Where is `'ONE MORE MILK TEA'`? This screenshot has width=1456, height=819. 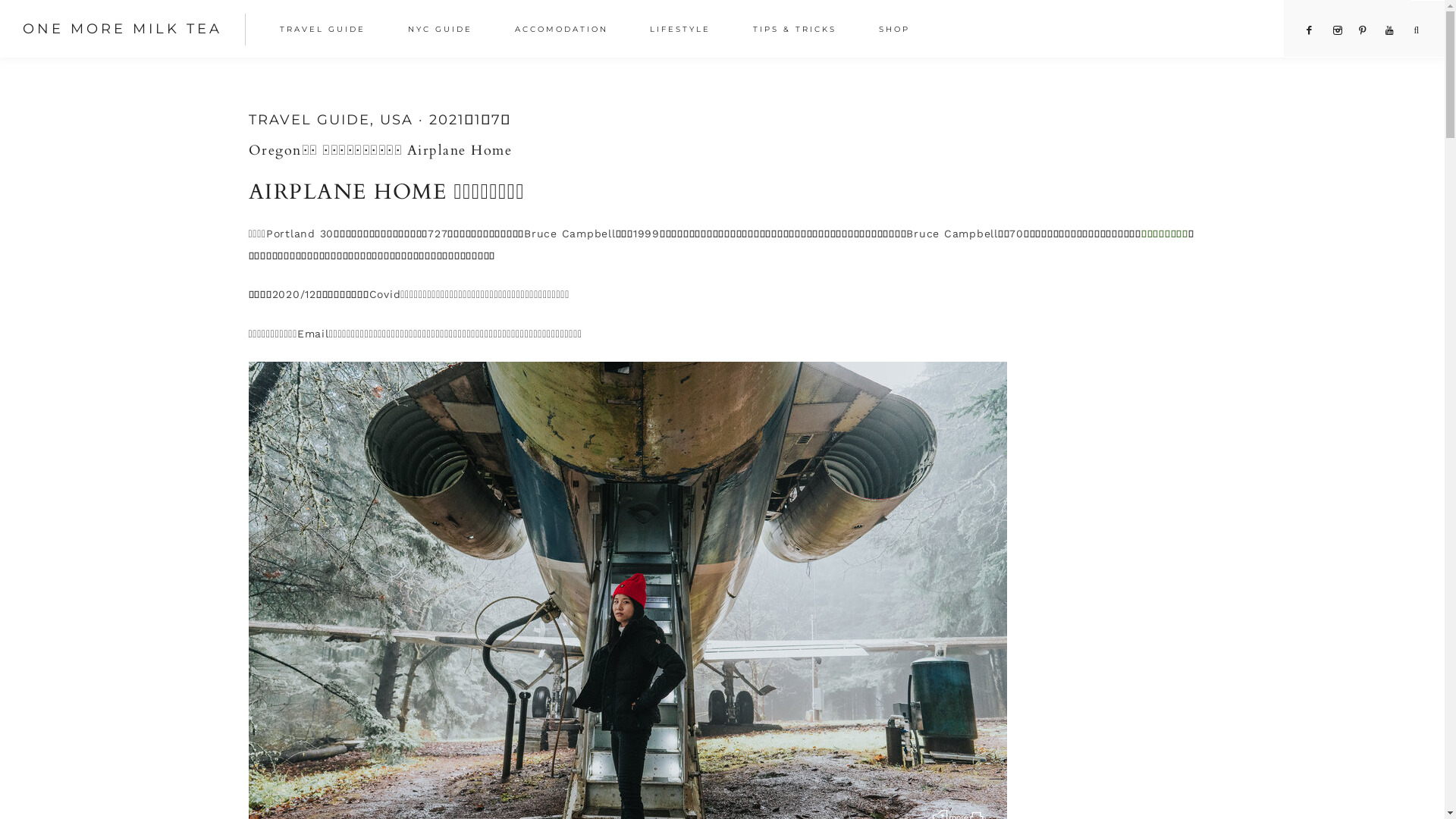 'ONE MORE MILK TEA' is located at coordinates (122, 29).